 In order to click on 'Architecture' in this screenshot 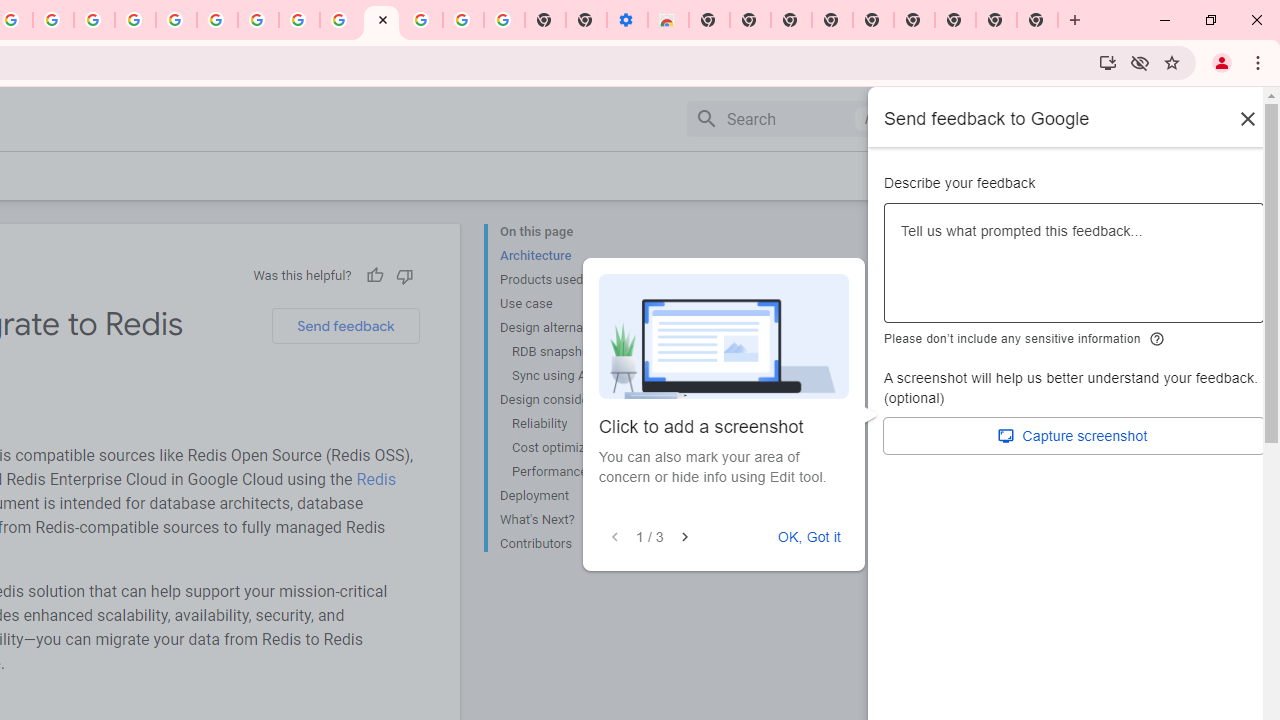, I will do `click(579, 254)`.